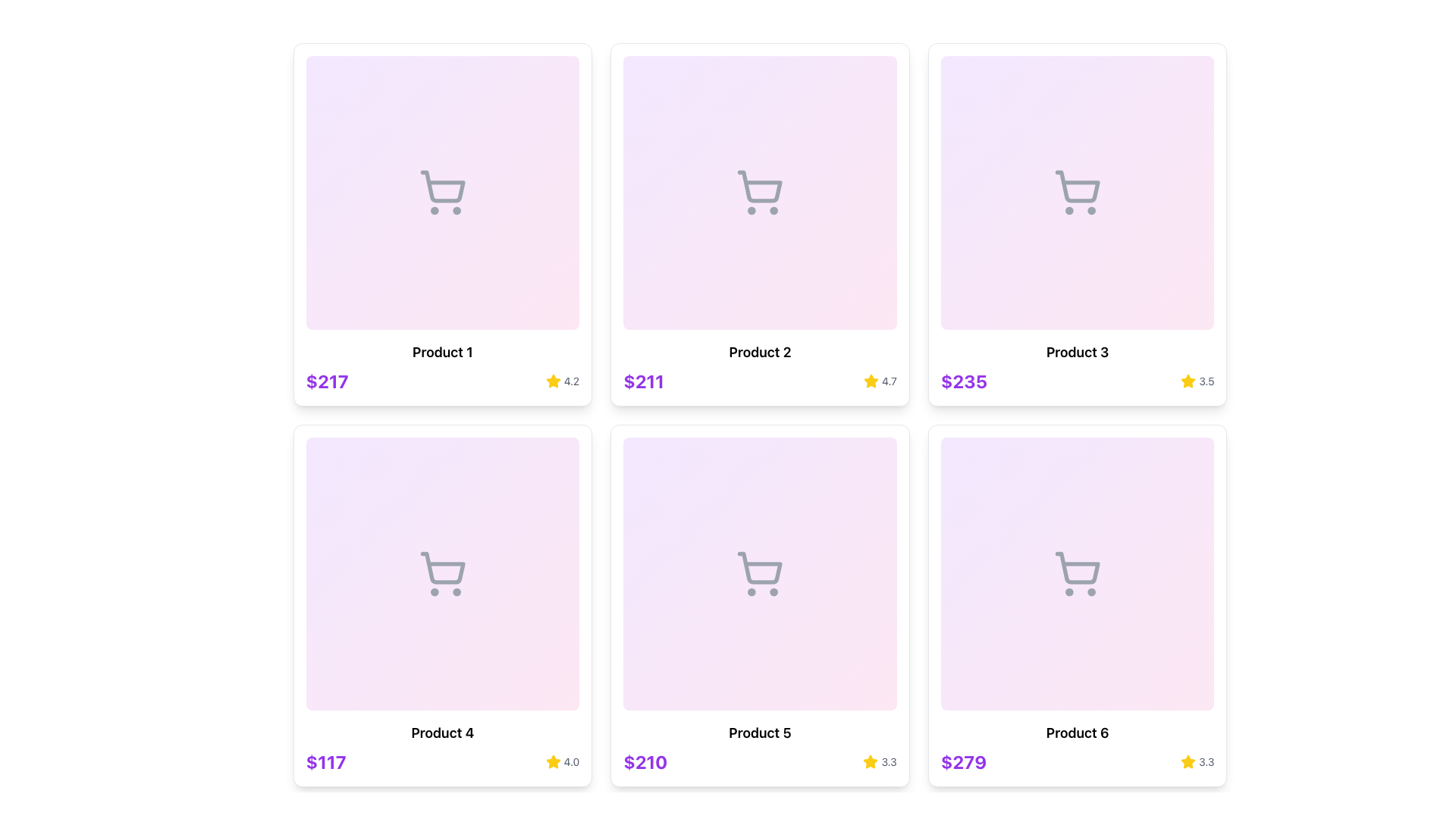 This screenshot has width=1456, height=819. Describe the element at coordinates (441, 224) in the screenshot. I see `the first product card in the top-left corner of the grid` at that location.